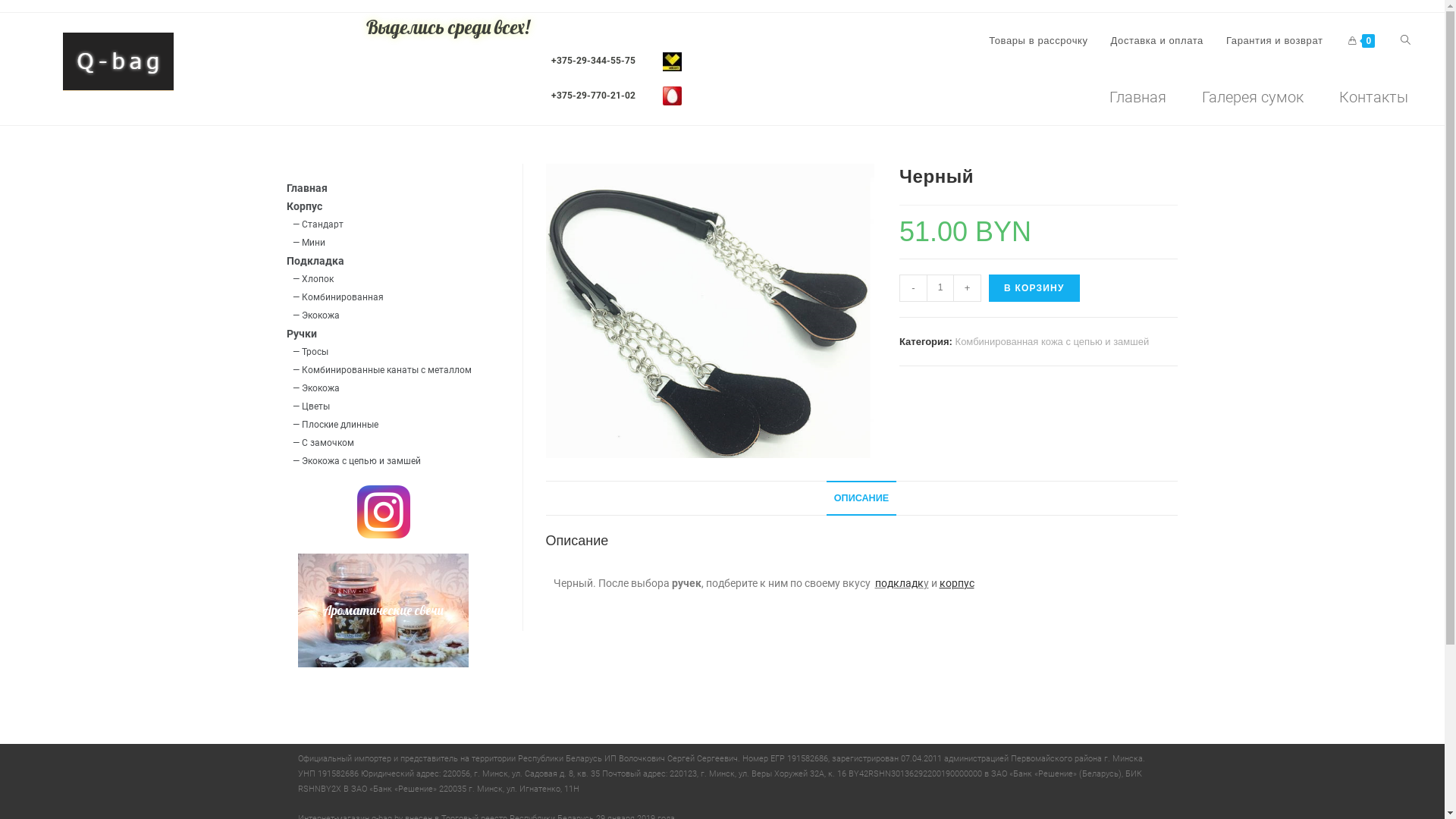  What do you see at coordinates (356, 512) in the screenshot?
I see `'Instagram_AppIcon_Aug2017'` at bounding box center [356, 512].